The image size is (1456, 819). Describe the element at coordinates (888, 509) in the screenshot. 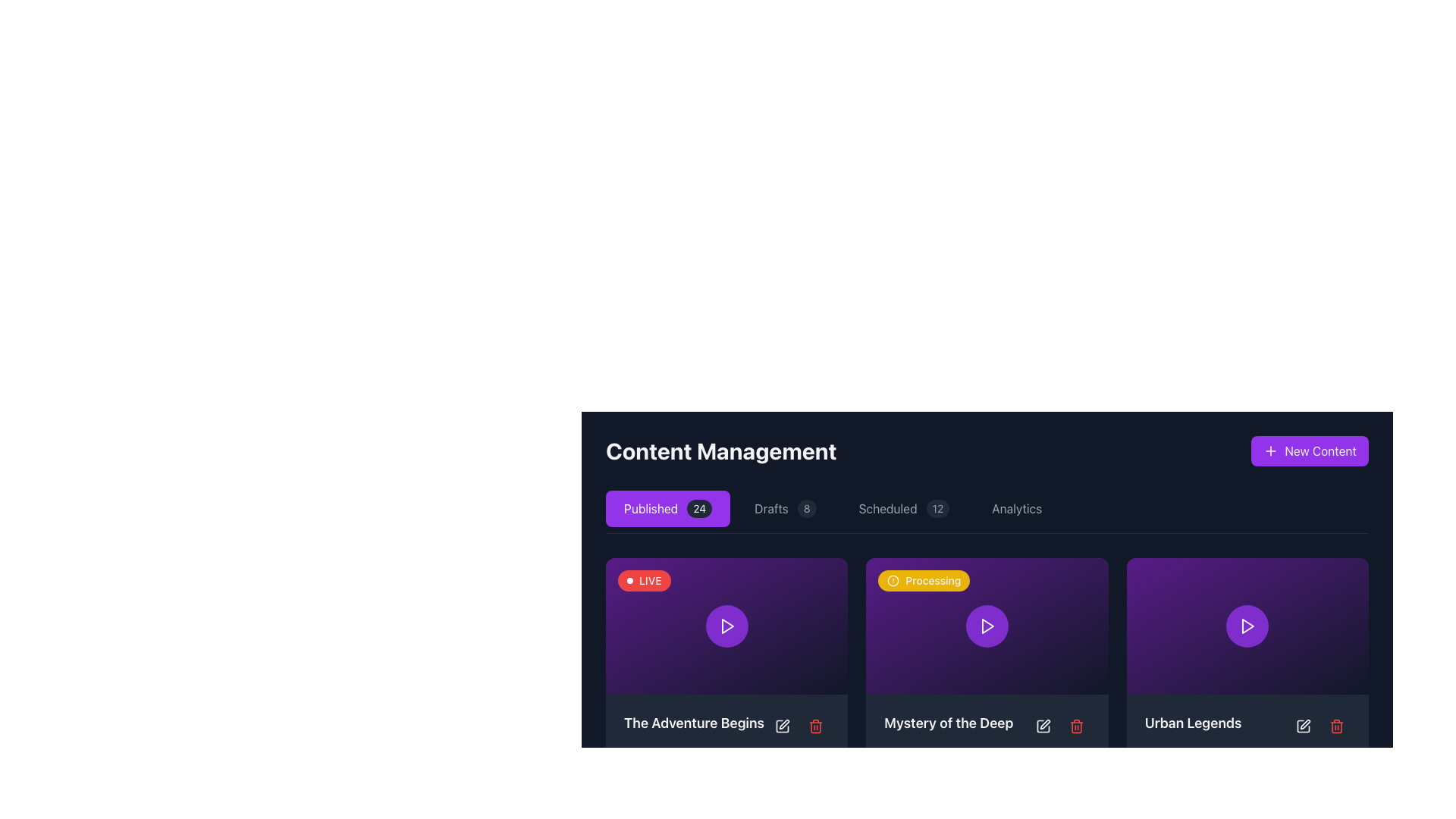

I see `the 'Scheduled' text label which is part of the navigation bar at the top of the content grid` at that location.